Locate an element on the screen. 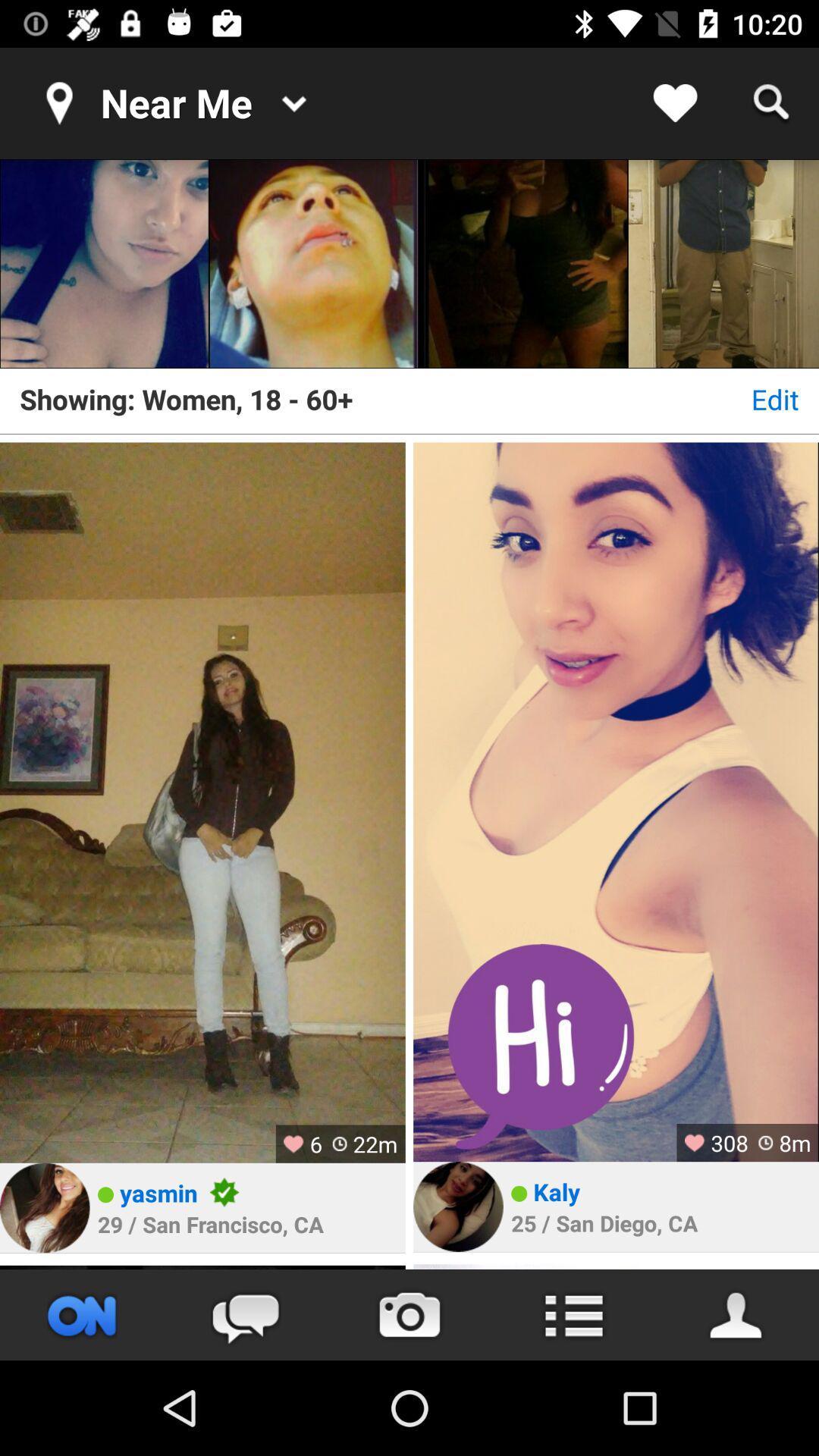  item above the showing women 18 icon is located at coordinates (722, 264).